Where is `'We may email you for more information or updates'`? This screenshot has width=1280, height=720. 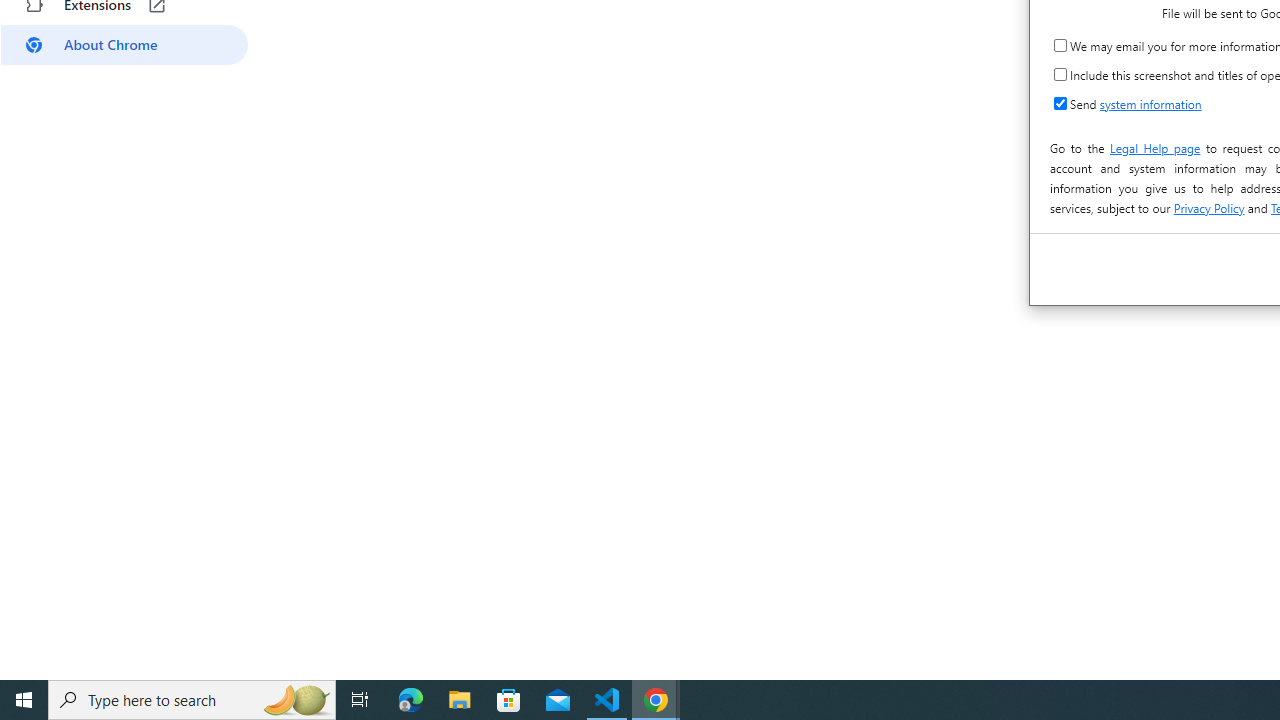
'We may email you for more information or updates' is located at coordinates (1059, 45).